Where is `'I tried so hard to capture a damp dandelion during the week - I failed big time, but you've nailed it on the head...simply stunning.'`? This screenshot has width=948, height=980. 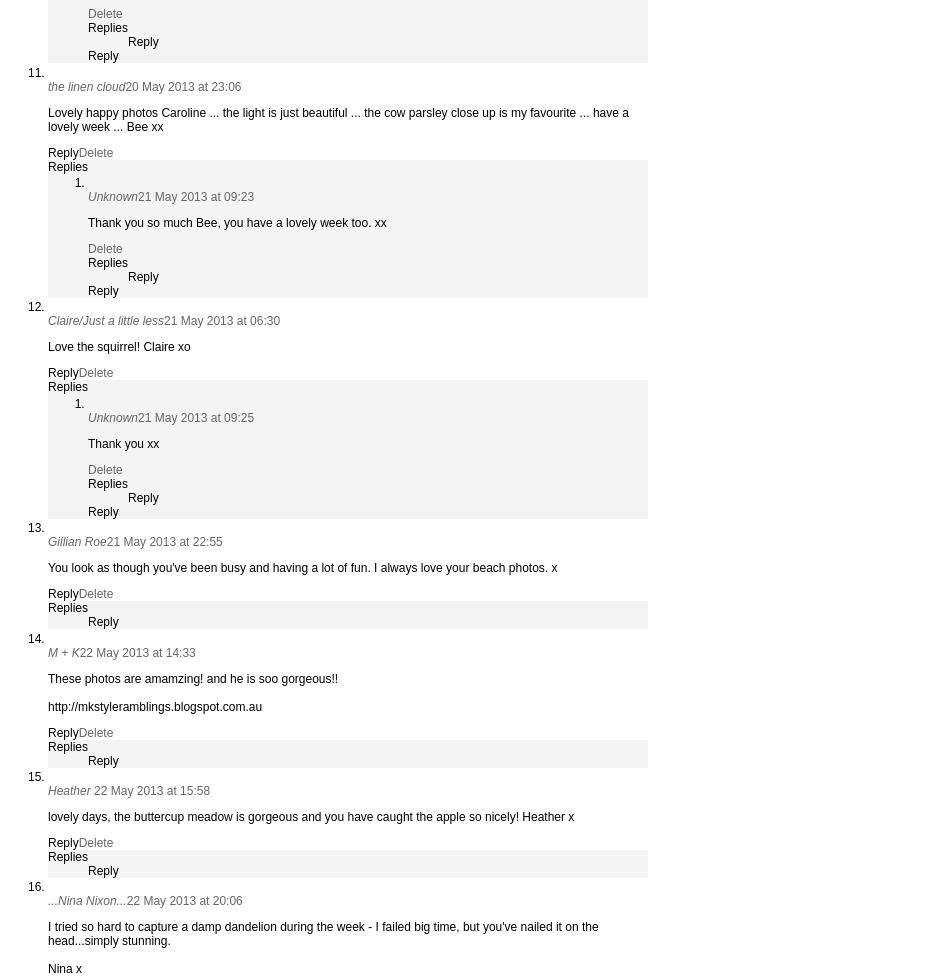 'I tried so hard to capture a damp dandelion during the week - I failed big time, but you've nailed it on the head...simply stunning.' is located at coordinates (322, 934).